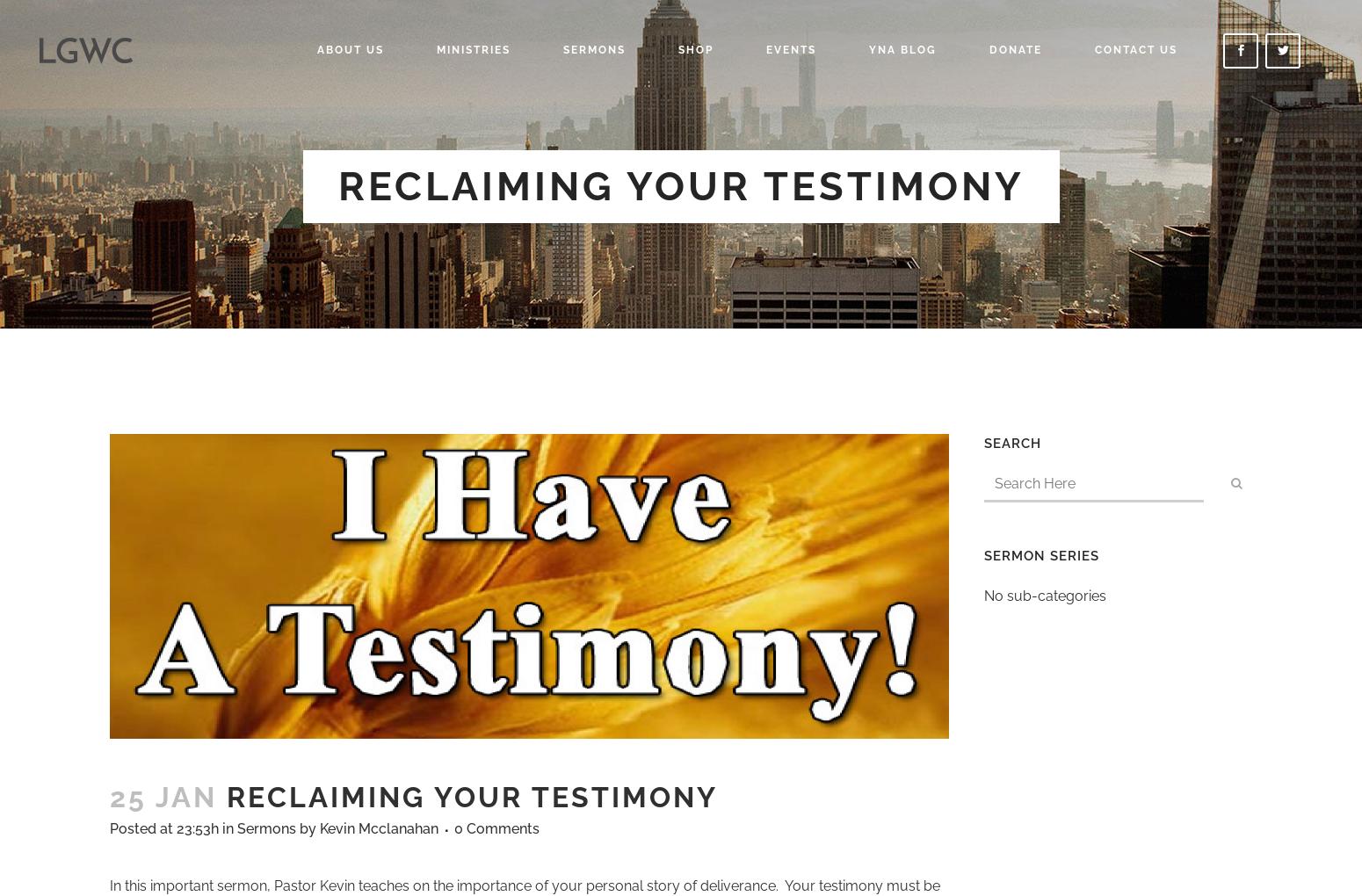 This screenshot has height=896, width=1362. What do you see at coordinates (983, 553) in the screenshot?
I see `'Sermon Series'` at bounding box center [983, 553].